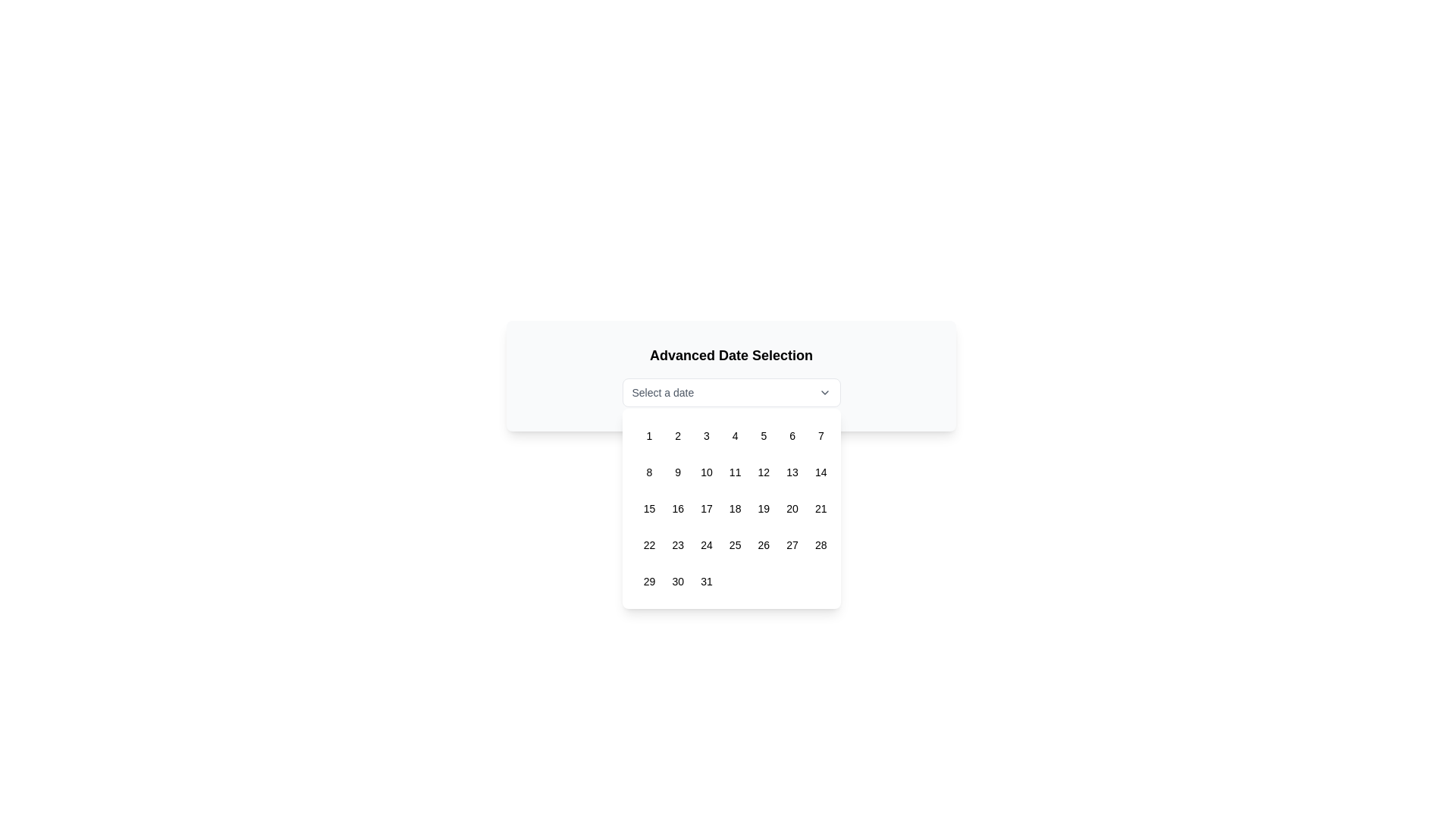  What do you see at coordinates (677, 435) in the screenshot?
I see `the button for selecting the second day in the calendar, positioned between the buttons labeled '1' and '3' in the topmost row of the date picker` at bounding box center [677, 435].